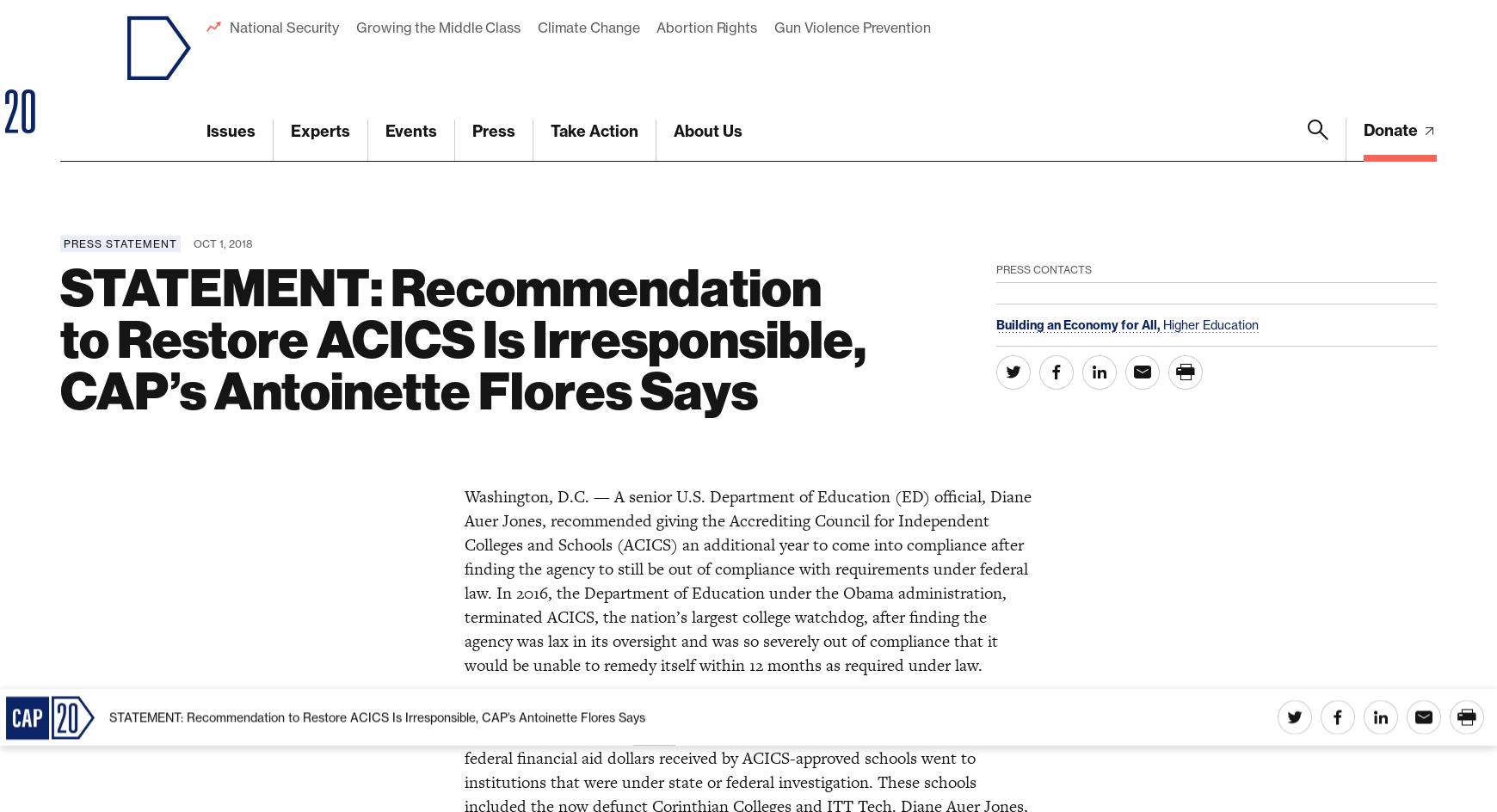 This screenshot has height=812, width=1497. I want to click on 'STATEMENT: Recommendation to Restore ACICS Is Irresponsible, CAP’s Antoinette Flores Says', so click(376, 28).